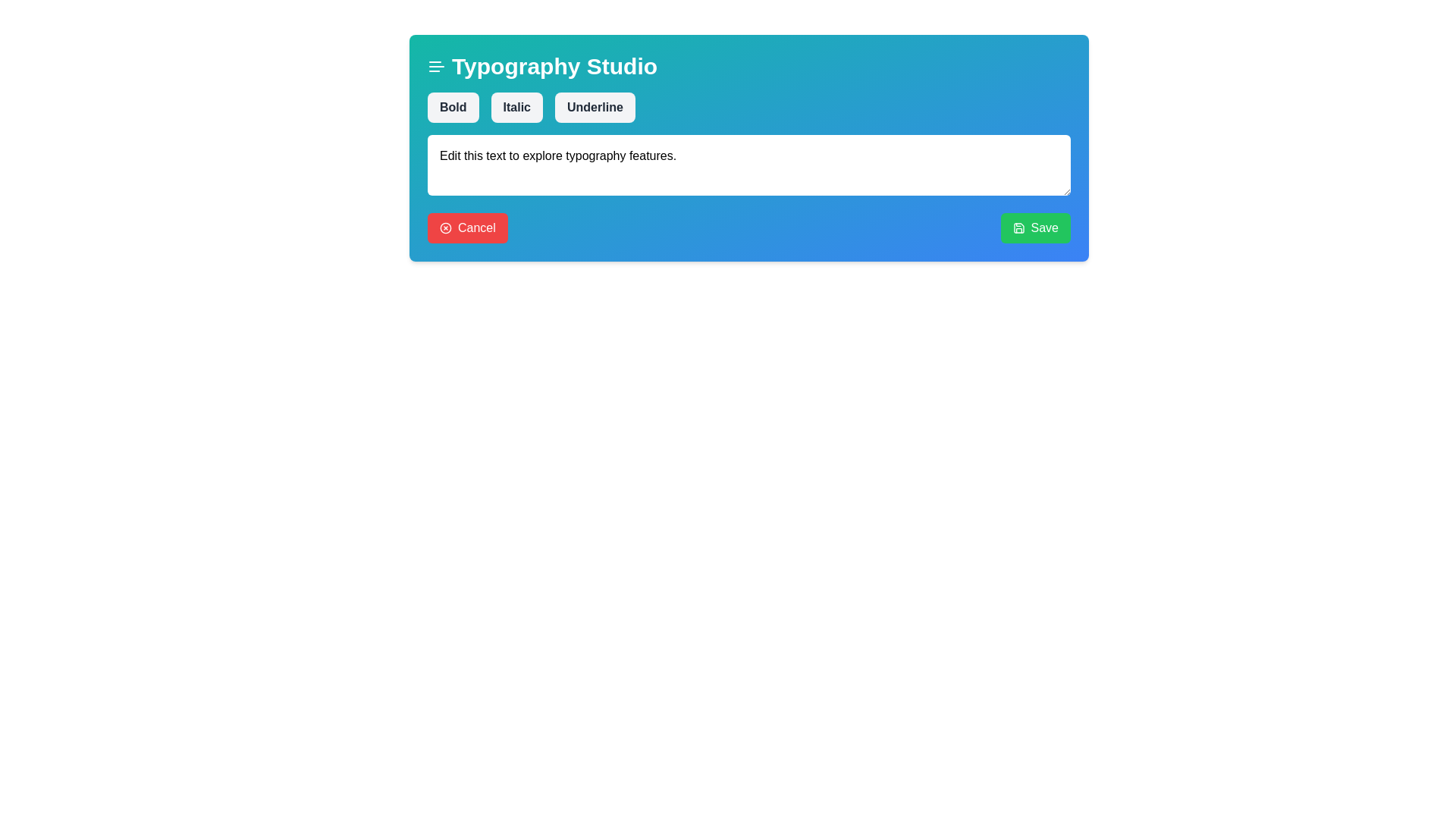  Describe the element at coordinates (1018, 227) in the screenshot. I see `the tiny floppy disk icon with a green background located to the left of the 'Save' label in the green button at the bottom-right corner of the layout` at that location.